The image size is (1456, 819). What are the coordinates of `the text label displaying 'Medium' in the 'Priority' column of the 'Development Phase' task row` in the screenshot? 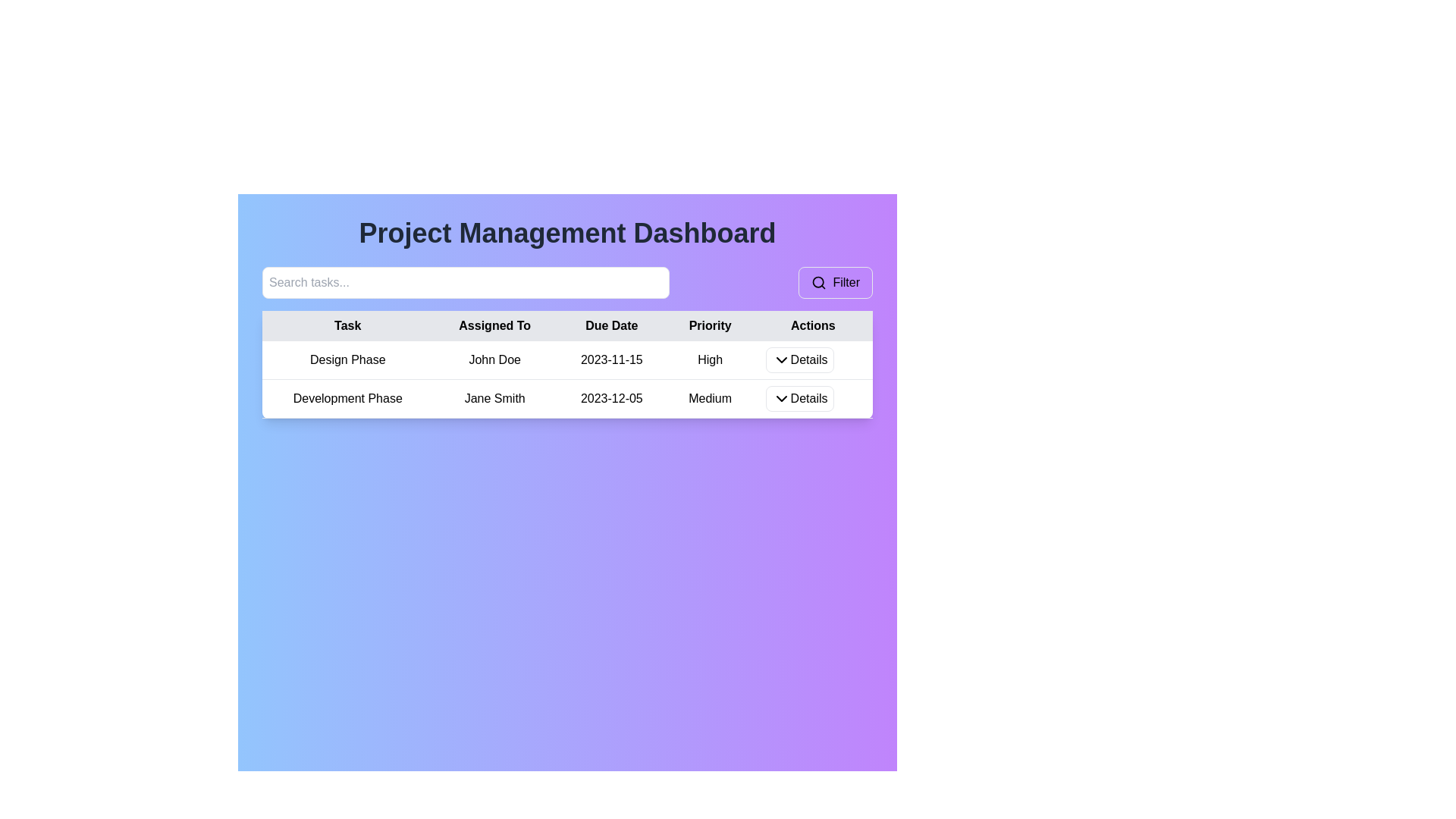 It's located at (709, 397).